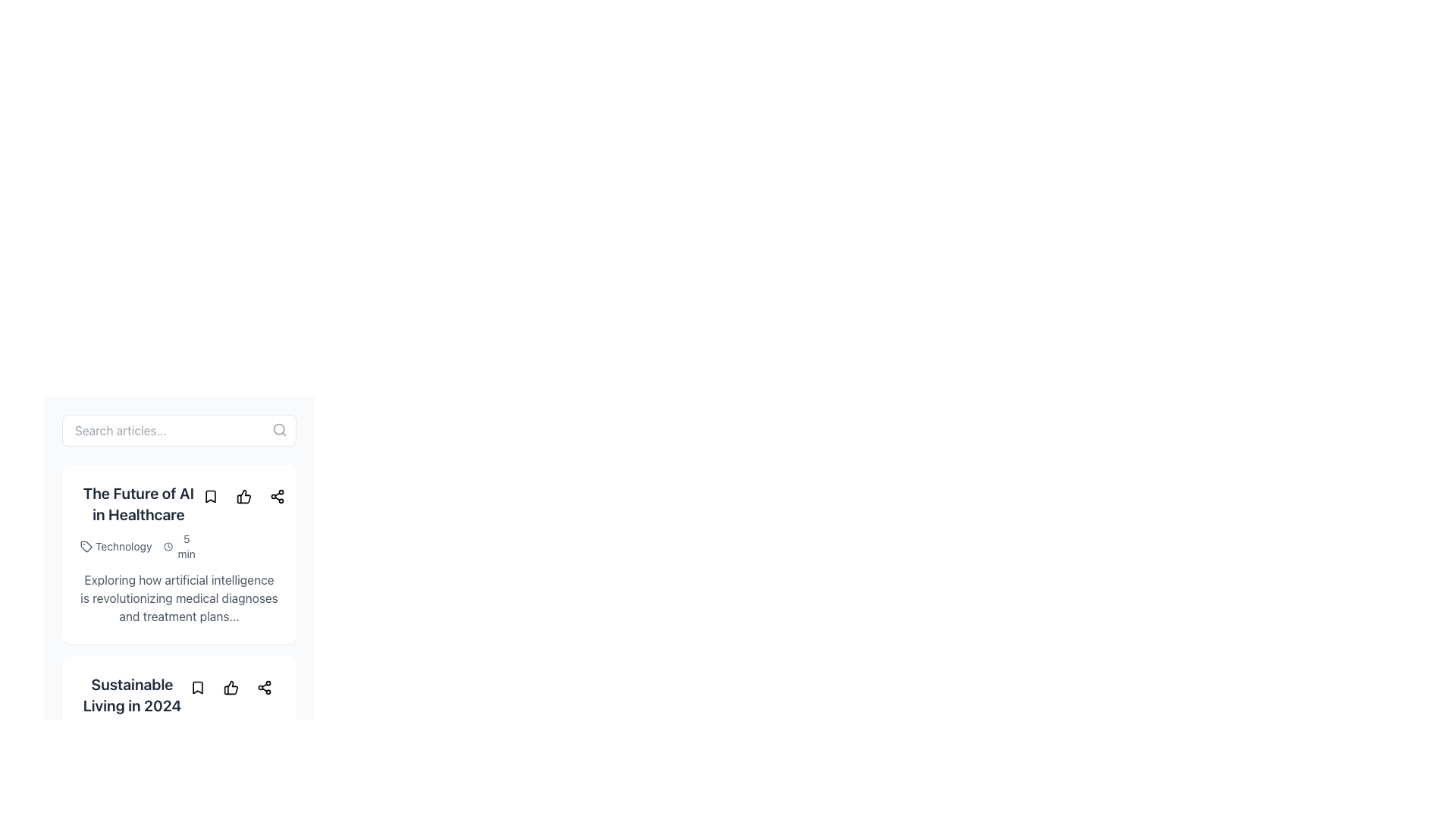  I want to click on the 'like' icon button located between the bookmark icon and the share icon at the bottom of the card titled 'The Future of AI in Healthcare' to express approval for the content, so click(243, 497).